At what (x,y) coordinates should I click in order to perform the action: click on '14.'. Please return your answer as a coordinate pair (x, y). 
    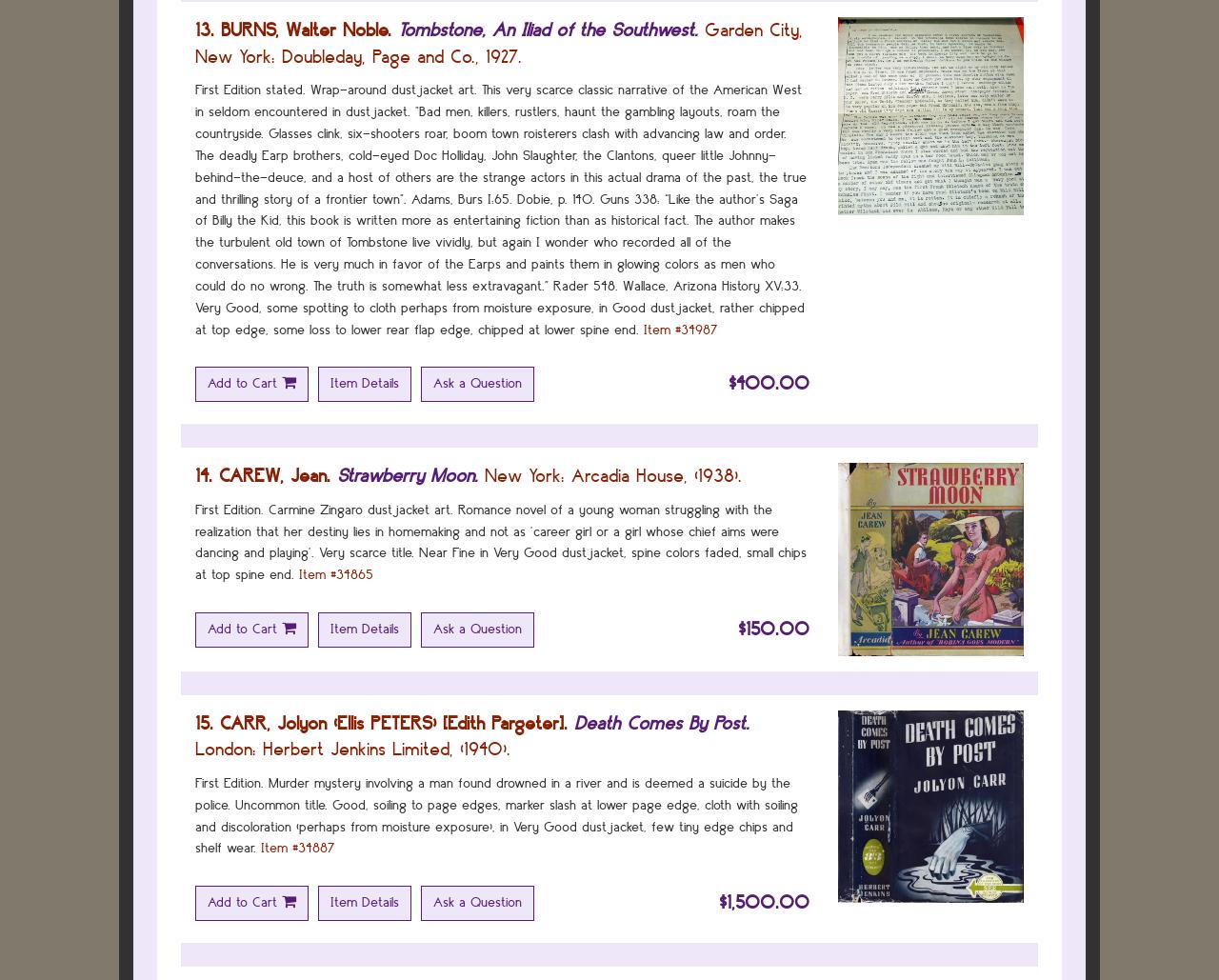
    Looking at the image, I should click on (204, 475).